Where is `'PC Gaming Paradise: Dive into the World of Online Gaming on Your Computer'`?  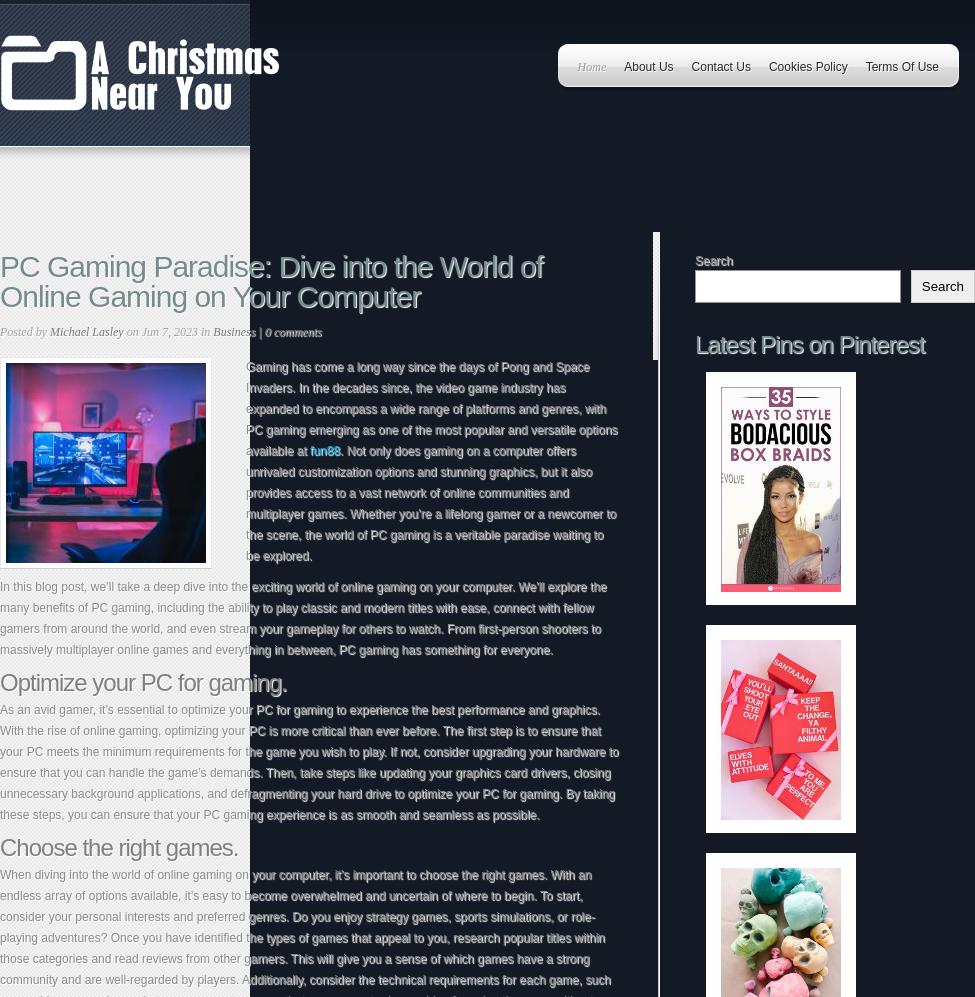 'PC Gaming Paradise: Dive into the World of Online Gaming on Your Computer' is located at coordinates (270, 281).